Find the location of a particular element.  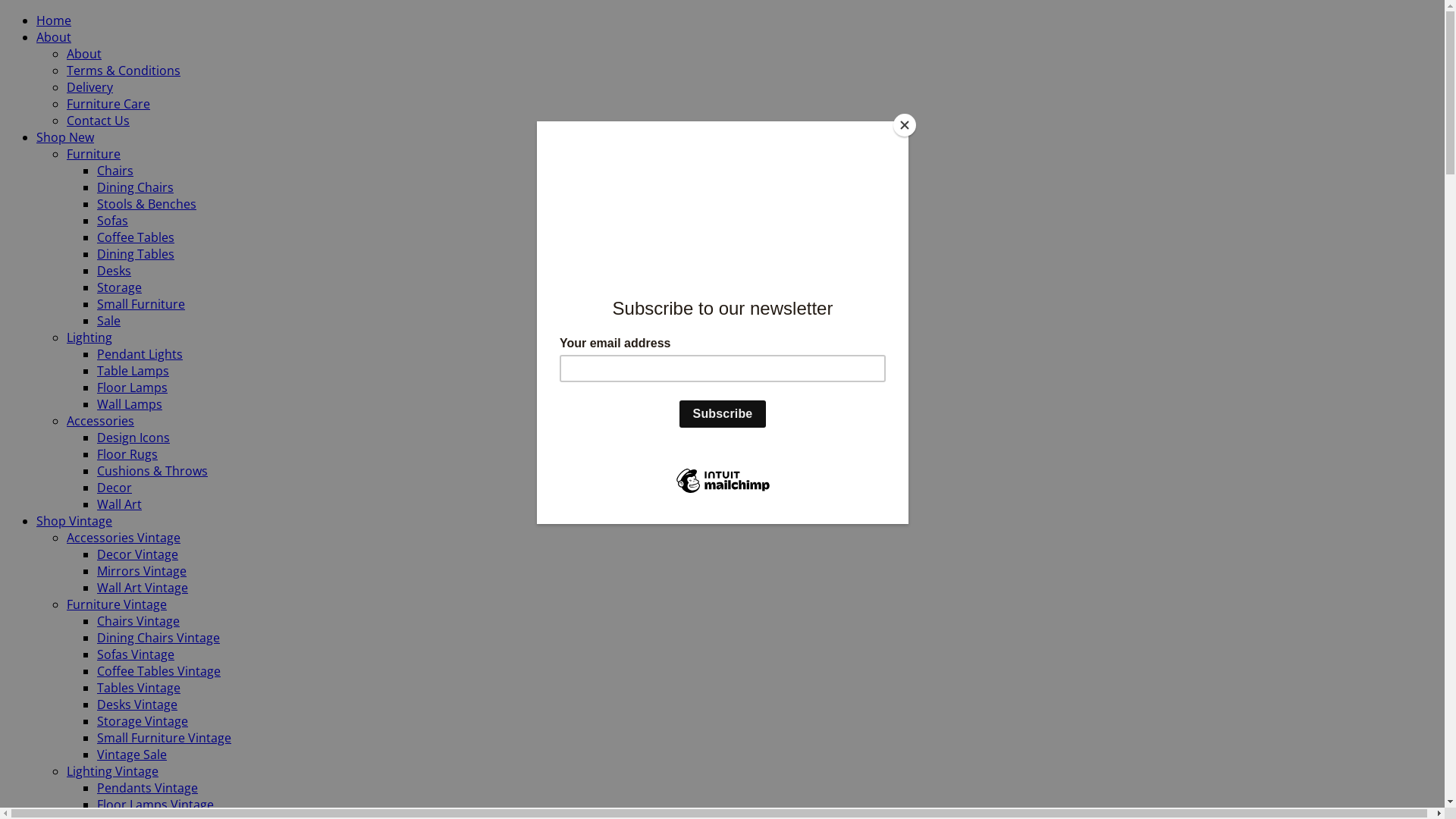

'Dining Chairs Vintage' is located at coordinates (158, 637).